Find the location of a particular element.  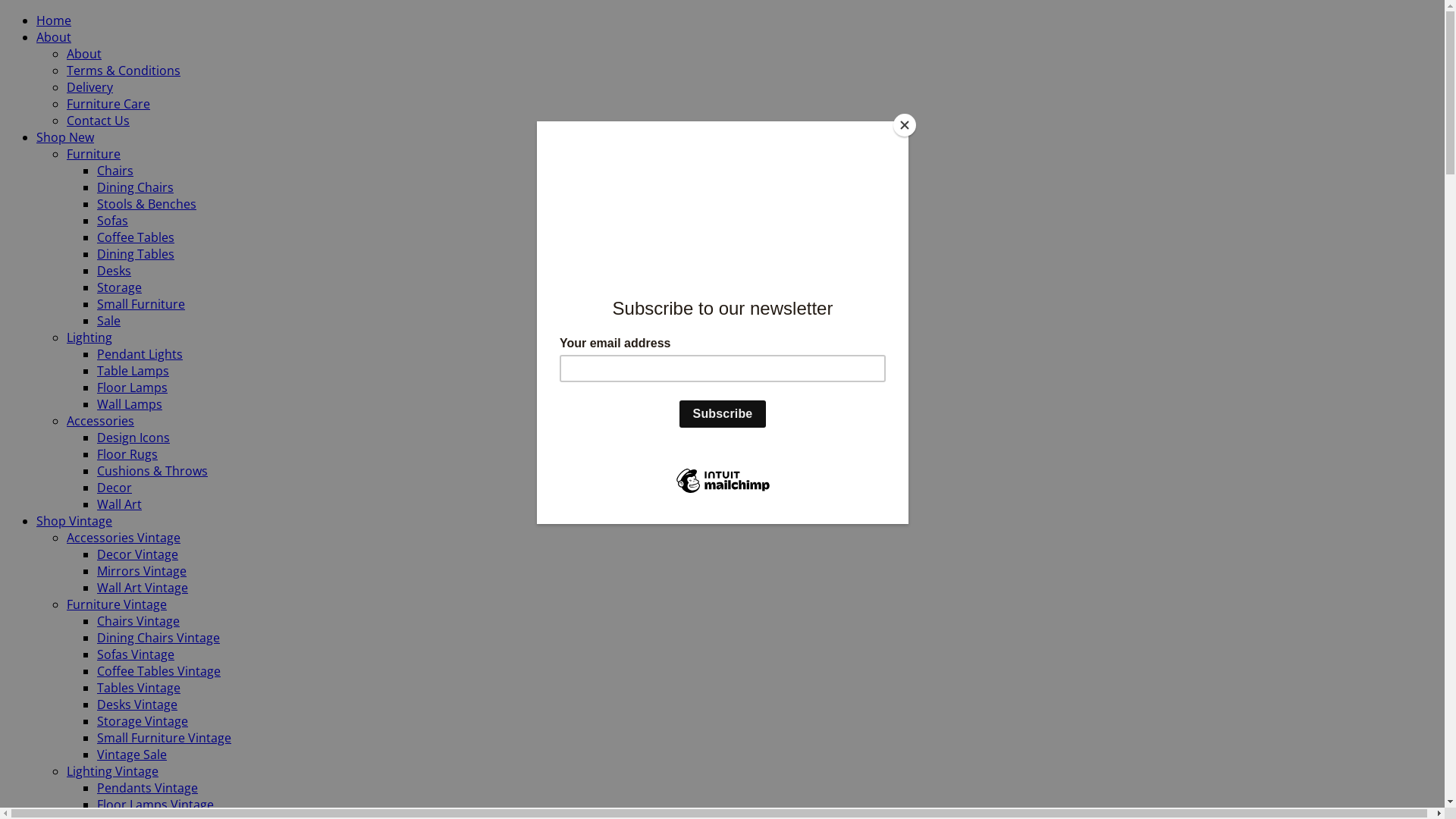

'Dining Chairs Vintage' is located at coordinates (158, 637).